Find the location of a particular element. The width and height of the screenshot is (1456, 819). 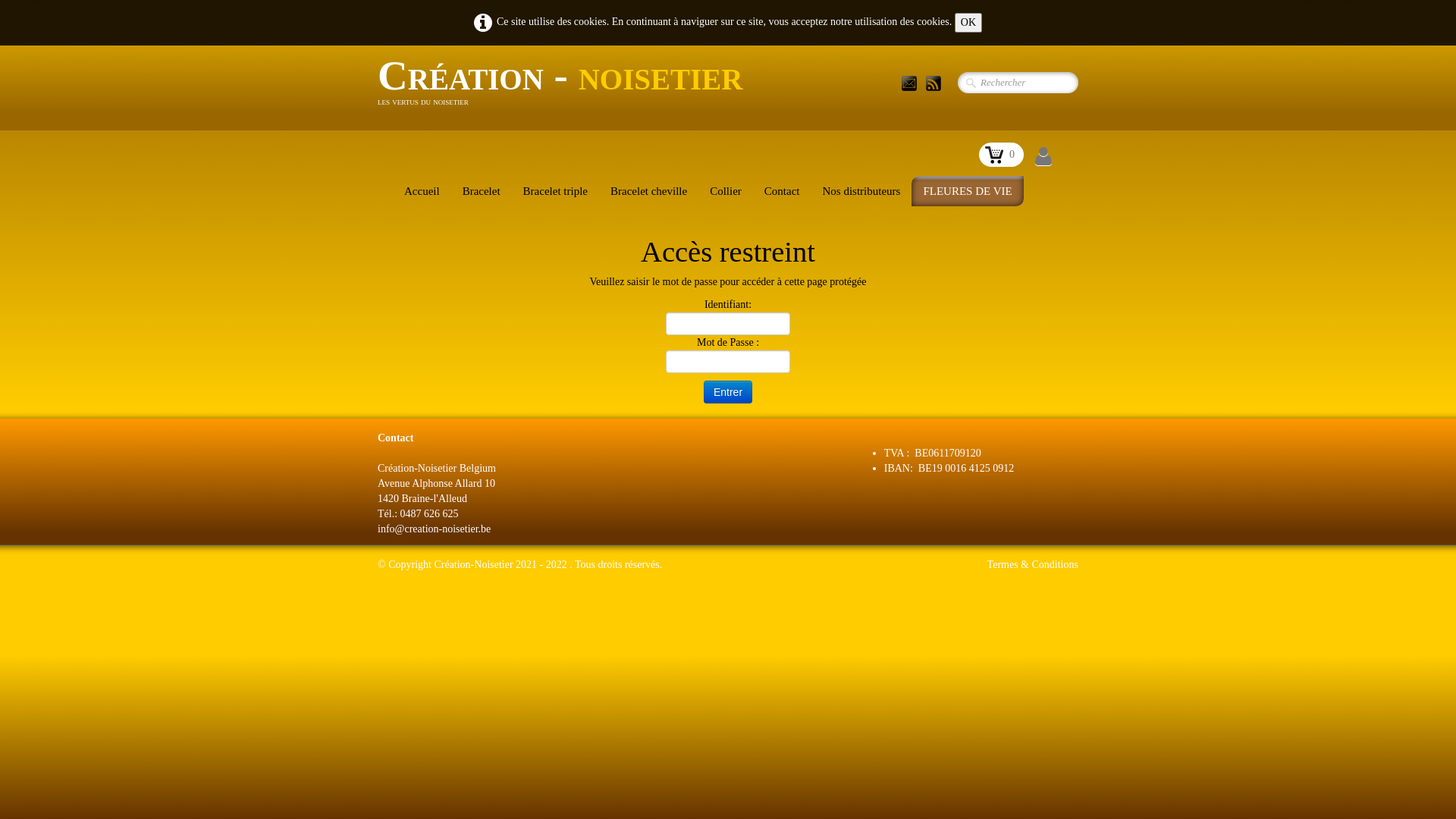

'Mon compte' is located at coordinates (1043, 157).